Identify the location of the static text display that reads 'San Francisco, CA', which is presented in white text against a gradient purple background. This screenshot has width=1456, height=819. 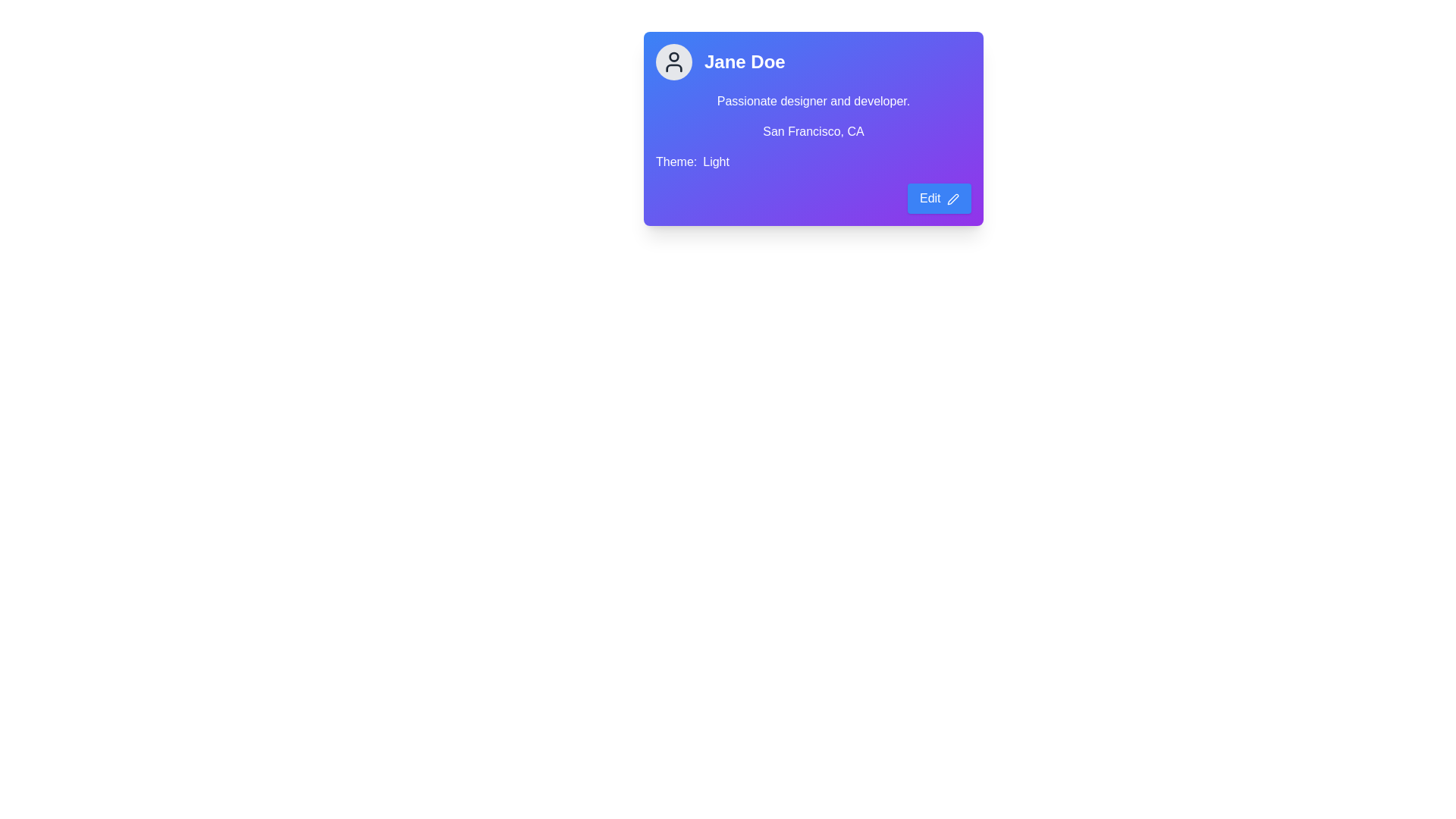
(813, 130).